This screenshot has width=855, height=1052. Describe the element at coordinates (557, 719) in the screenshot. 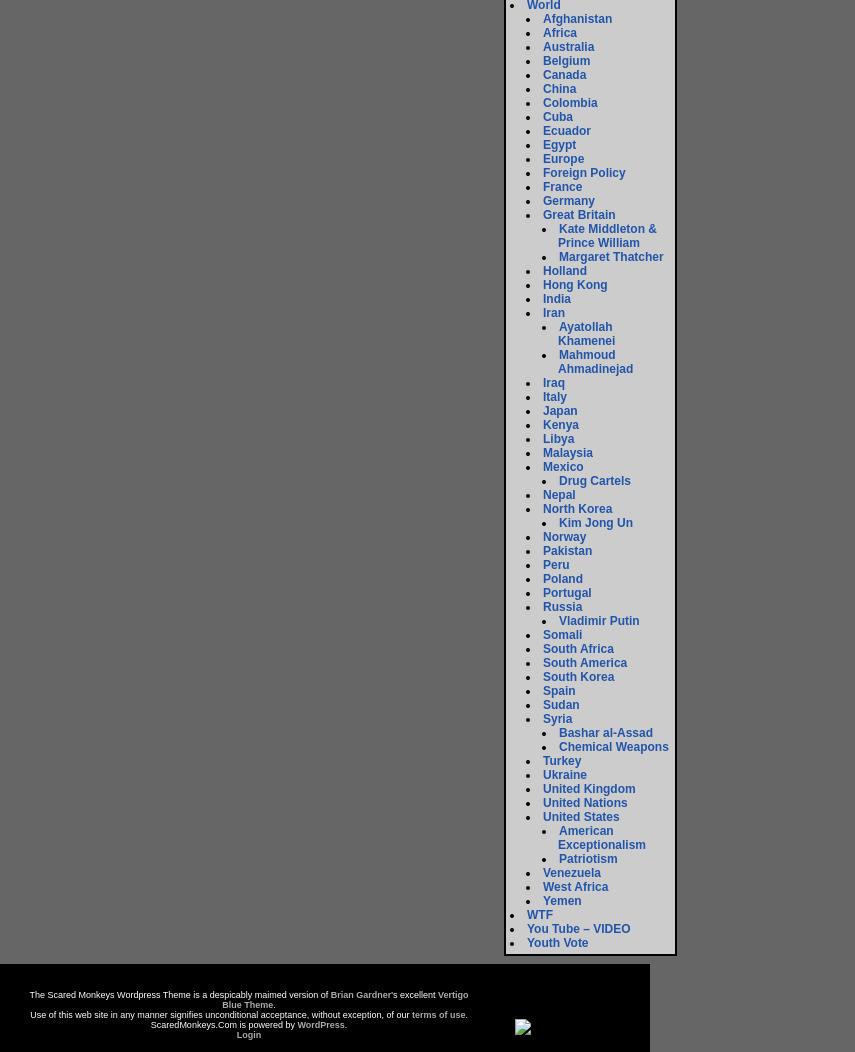

I see `'Syria'` at that location.